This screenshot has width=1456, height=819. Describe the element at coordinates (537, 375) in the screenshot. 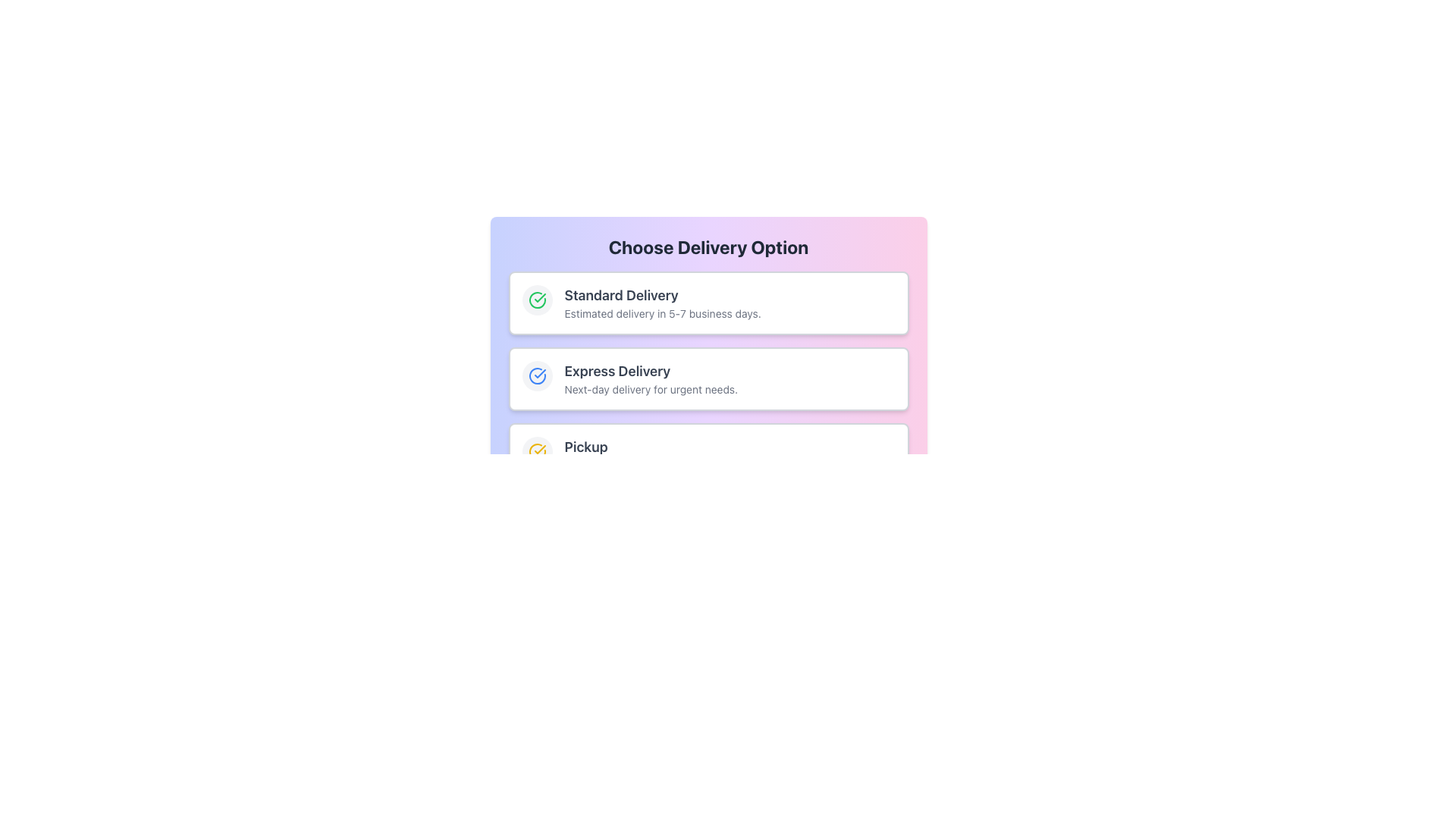

I see `the status represented by the 'Express Delivery' icon located to the left of the 'Express Delivery' text in the second delivery option card` at that location.